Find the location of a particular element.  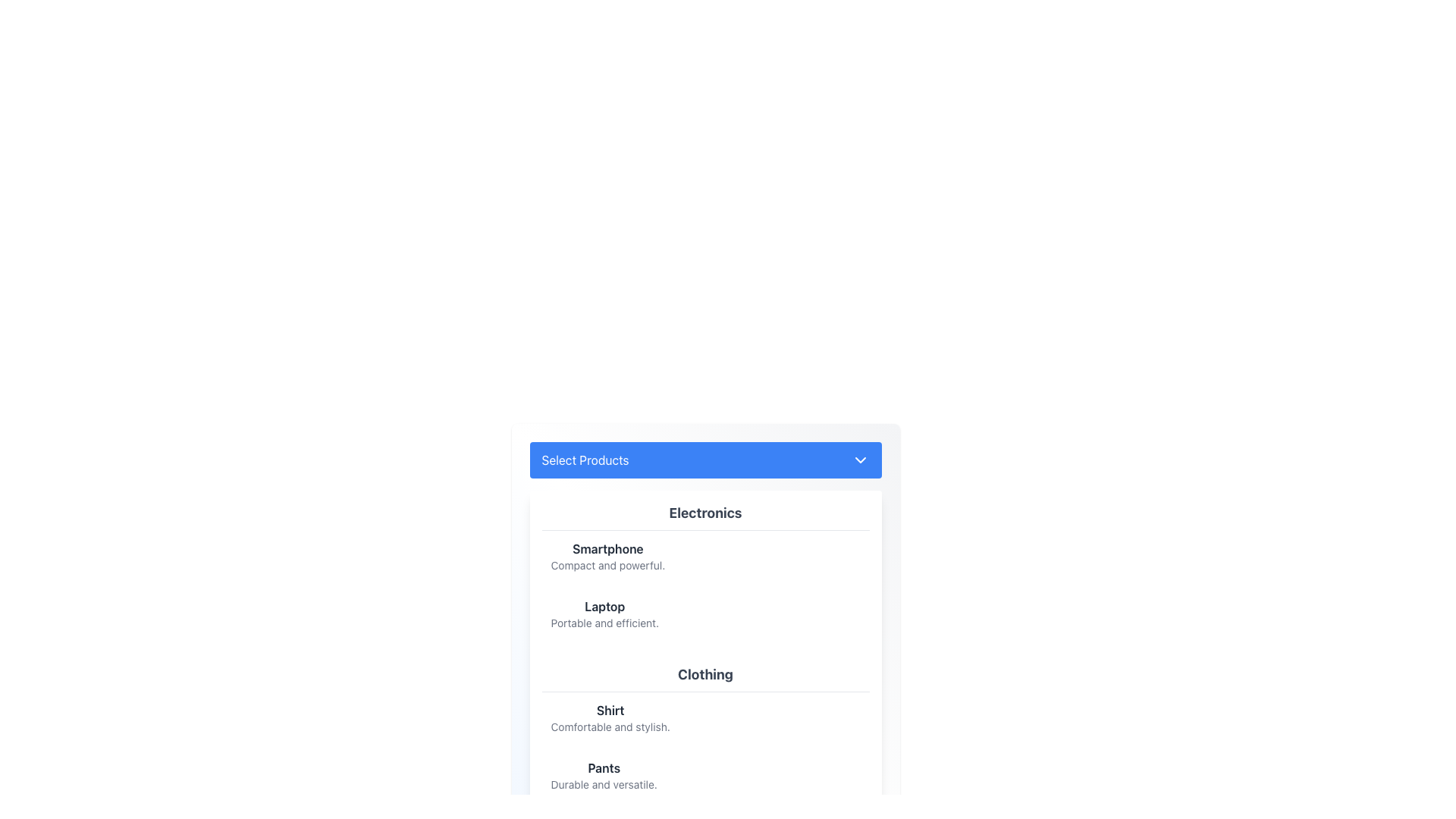

the text display element labeled 'Laptop' which is styled in bold dark gray, positioned as the second item under 'Electronics' category in the product list is located at coordinates (604, 614).